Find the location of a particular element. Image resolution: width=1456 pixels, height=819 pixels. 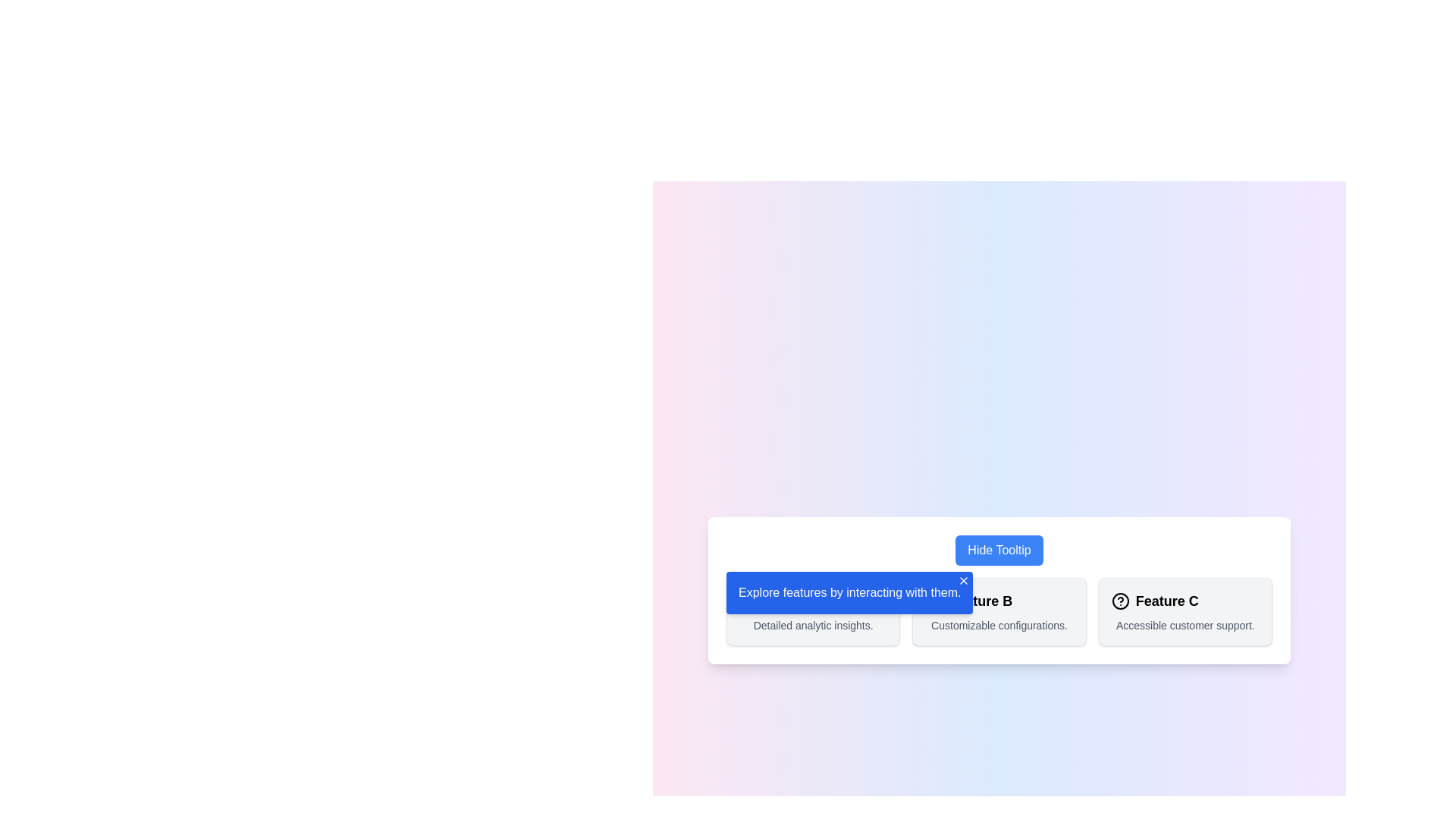

the feature name is located at coordinates (1185, 601).